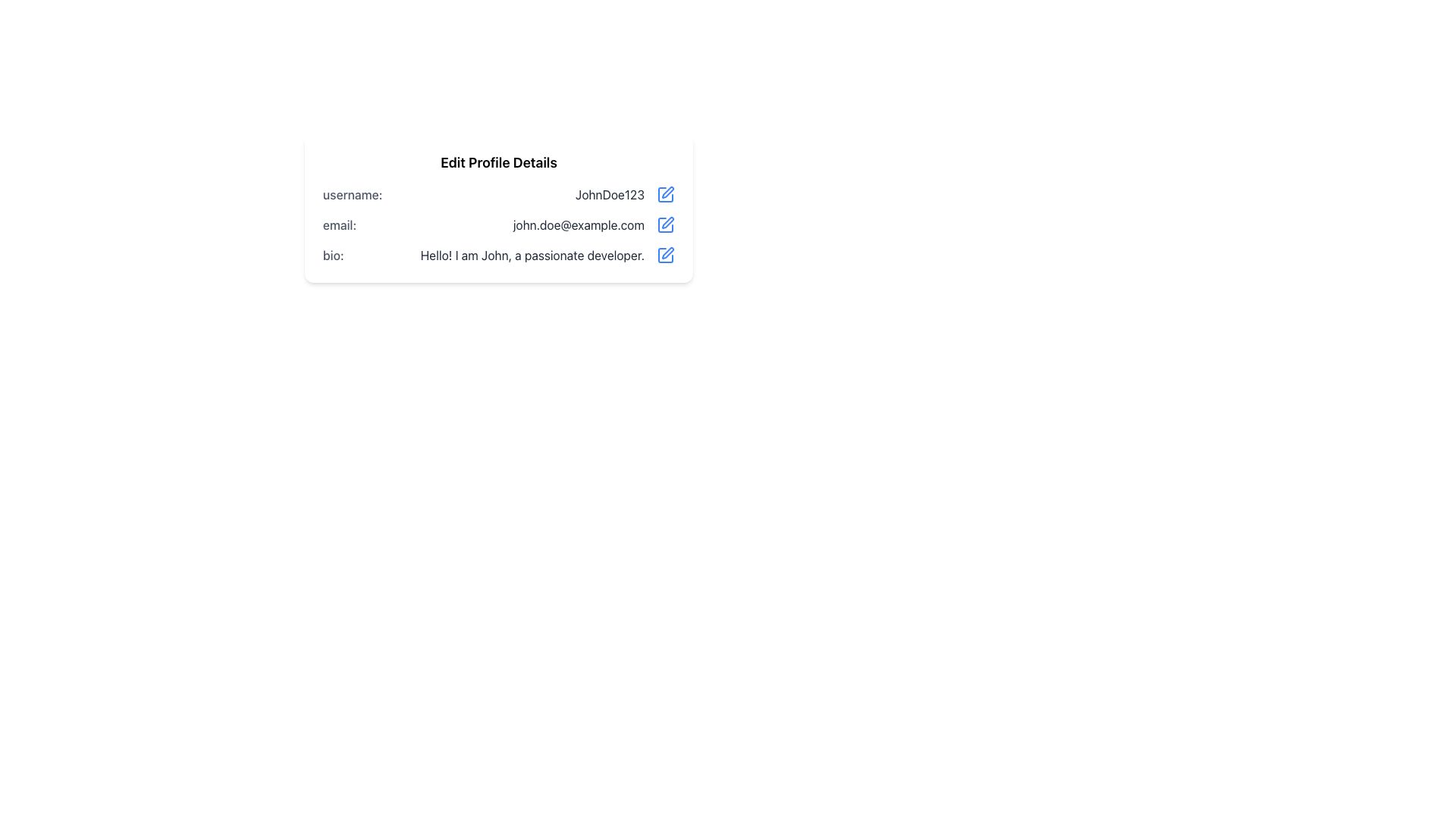 This screenshot has width=1456, height=819. I want to click on the edit icon represented by a blue-stroke SVG graphic located adjacent to the username 'JohnDoe123', so click(666, 194).